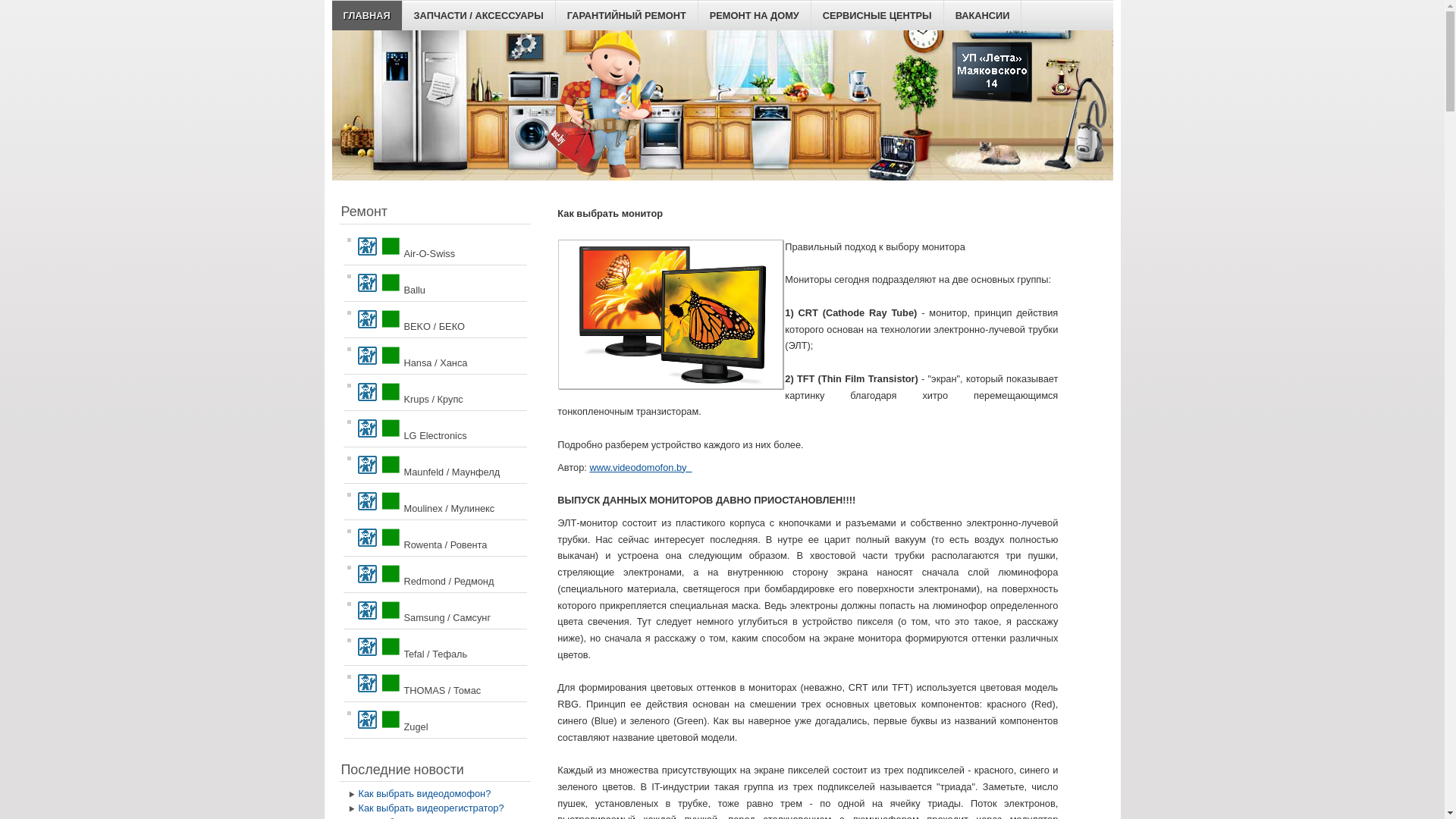  What do you see at coordinates (434, 428) in the screenshot?
I see `'LG Electronics'` at bounding box center [434, 428].